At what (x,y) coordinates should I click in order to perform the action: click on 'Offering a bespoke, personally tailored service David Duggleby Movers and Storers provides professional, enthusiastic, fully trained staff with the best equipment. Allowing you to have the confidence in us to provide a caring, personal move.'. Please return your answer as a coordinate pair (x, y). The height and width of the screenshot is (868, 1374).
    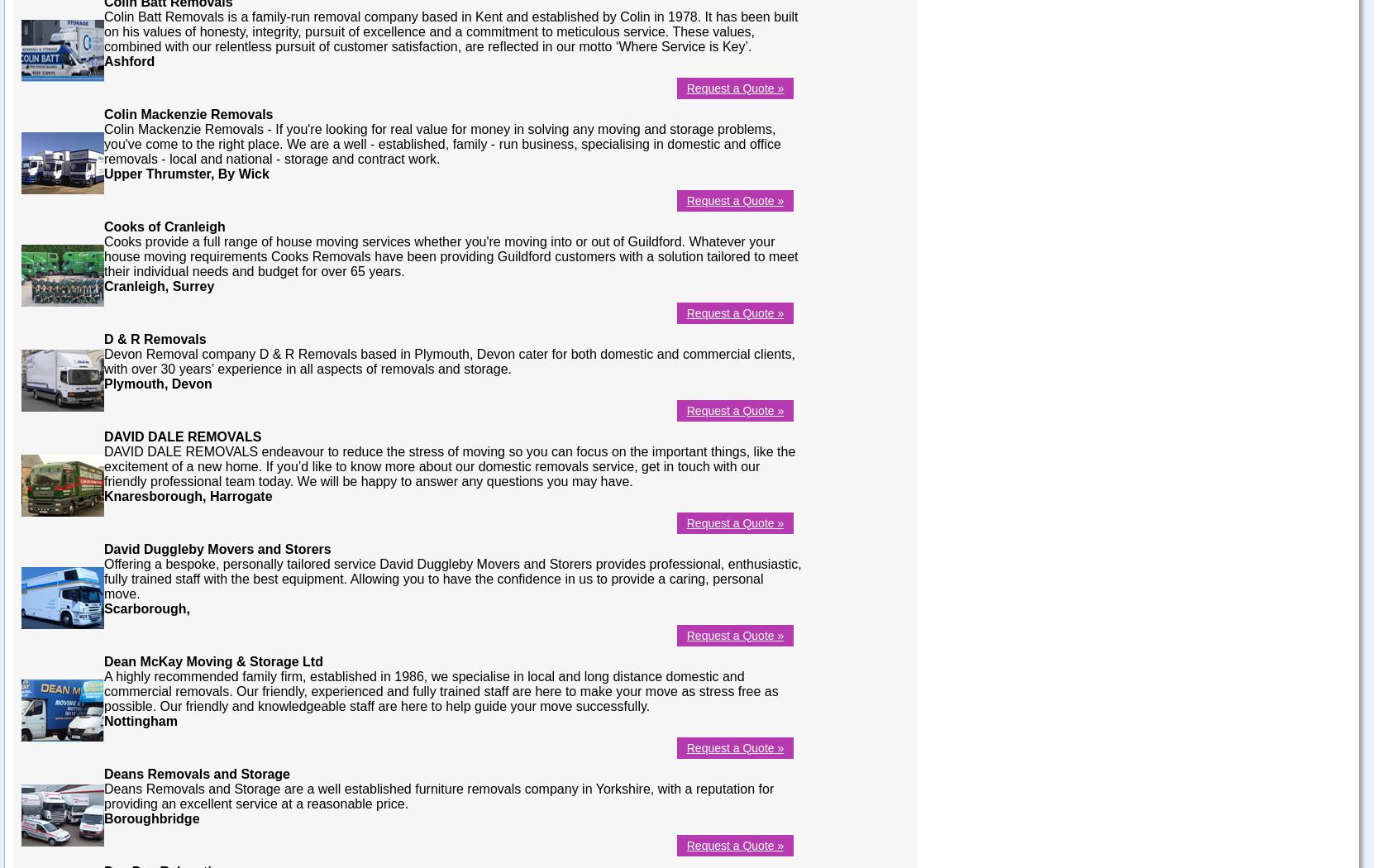
    Looking at the image, I should click on (451, 578).